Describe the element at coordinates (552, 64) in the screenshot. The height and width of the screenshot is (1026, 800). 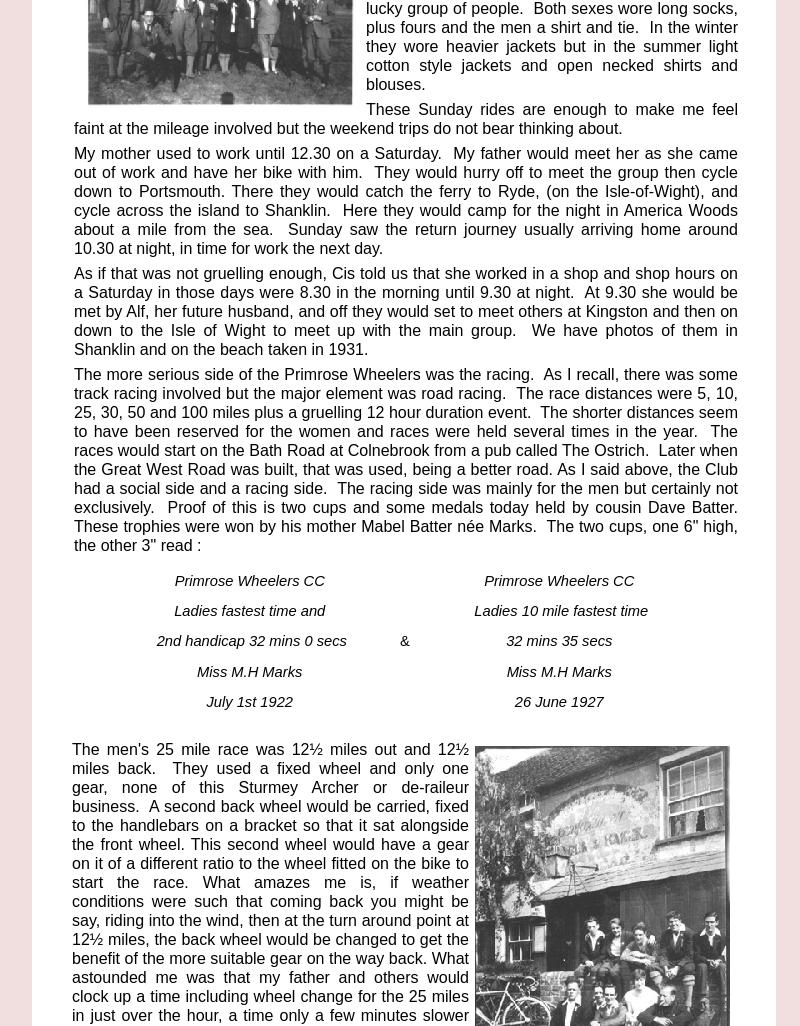
I see `'but in the summer light cotton style jackets and open necked shirts and blouses.'` at that location.